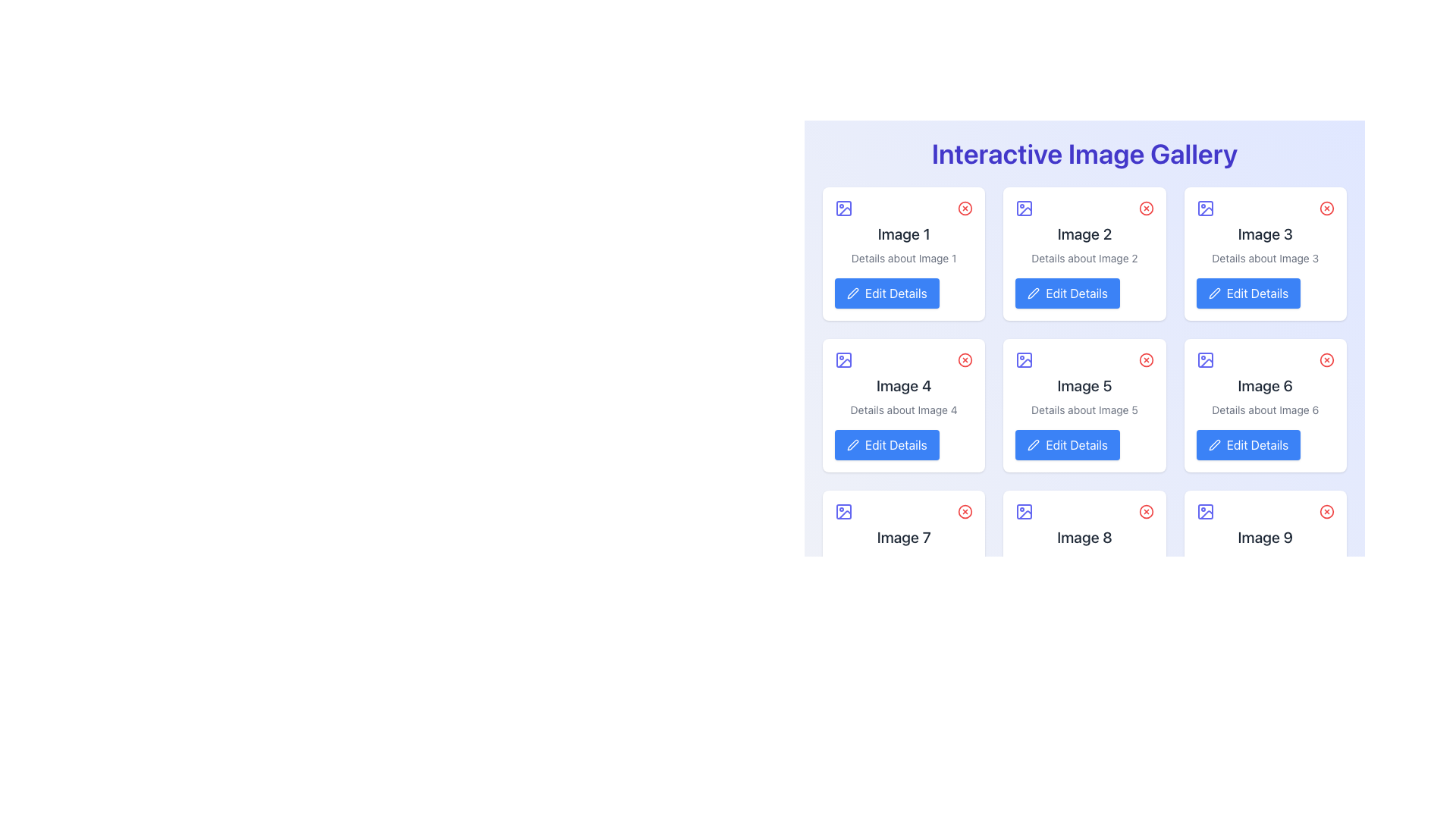 This screenshot has width=1456, height=819. I want to click on the red circular button with a white cross located in the top-right corner of the 'Image 8' card, so click(1146, 512).